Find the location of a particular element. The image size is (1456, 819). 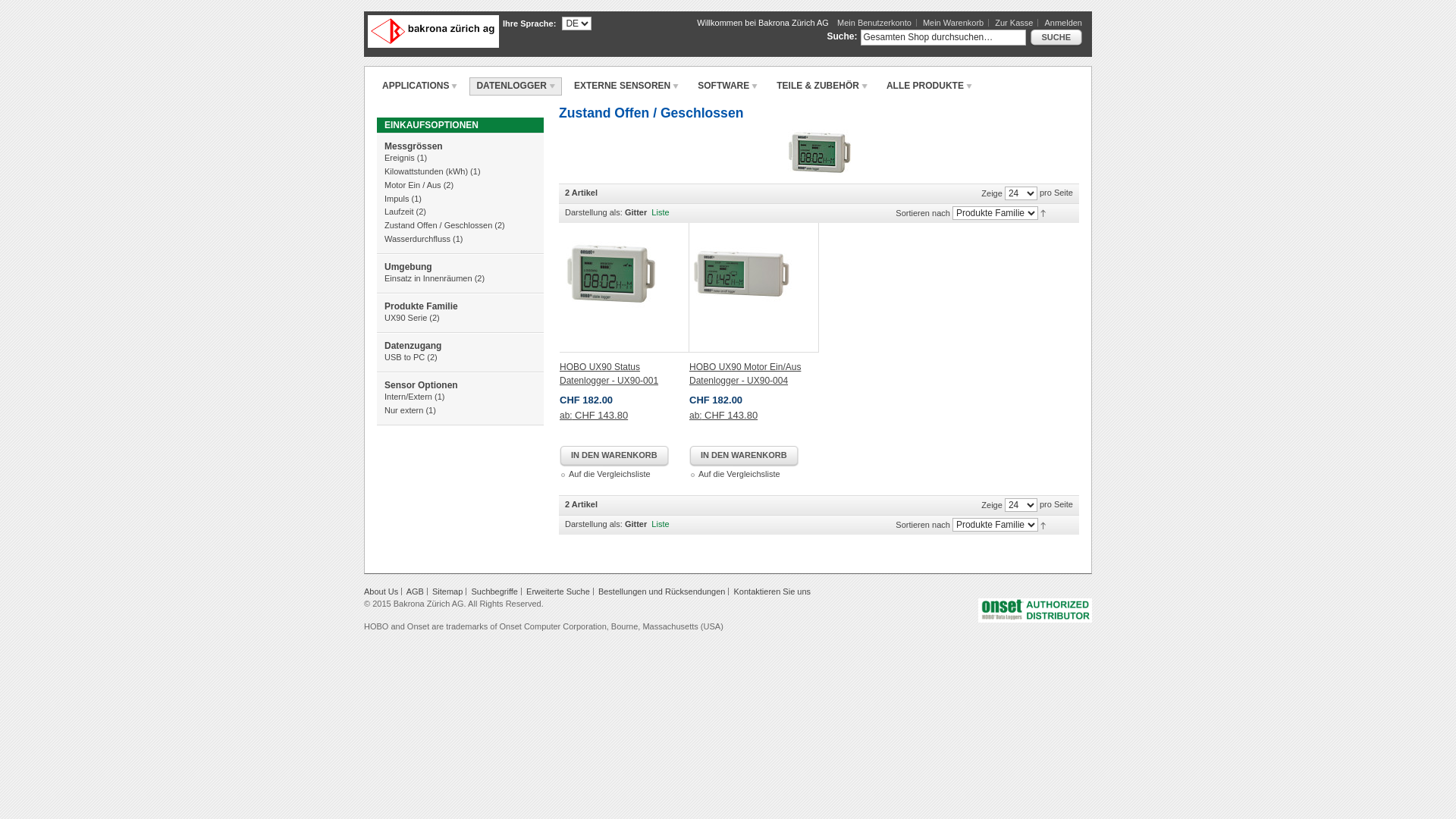

'Kilowattstunden (kWh)' is located at coordinates (425, 171).